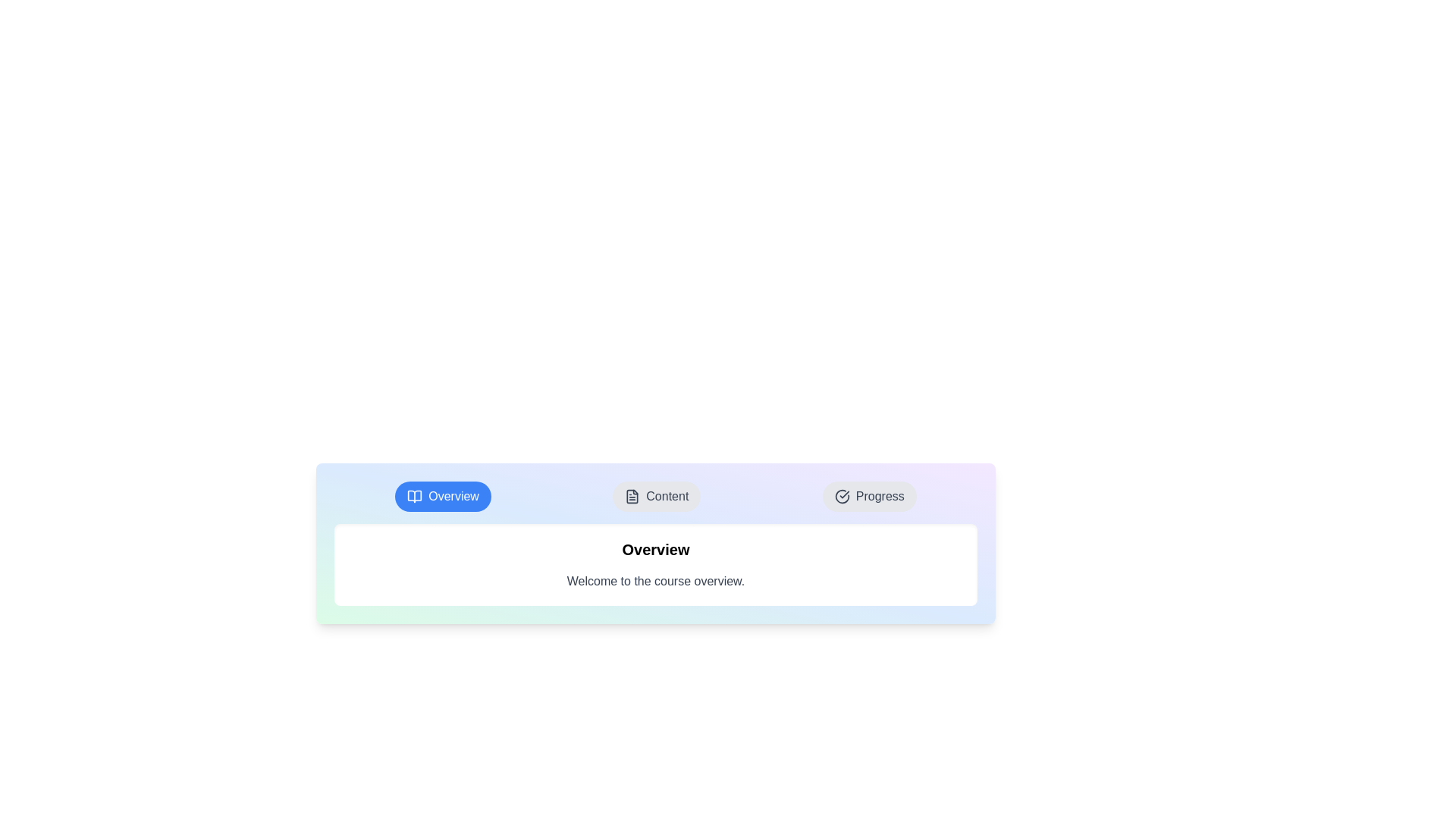  Describe the element at coordinates (657, 497) in the screenshot. I see `the Content tab in the CourseManagementTabs component` at that location.